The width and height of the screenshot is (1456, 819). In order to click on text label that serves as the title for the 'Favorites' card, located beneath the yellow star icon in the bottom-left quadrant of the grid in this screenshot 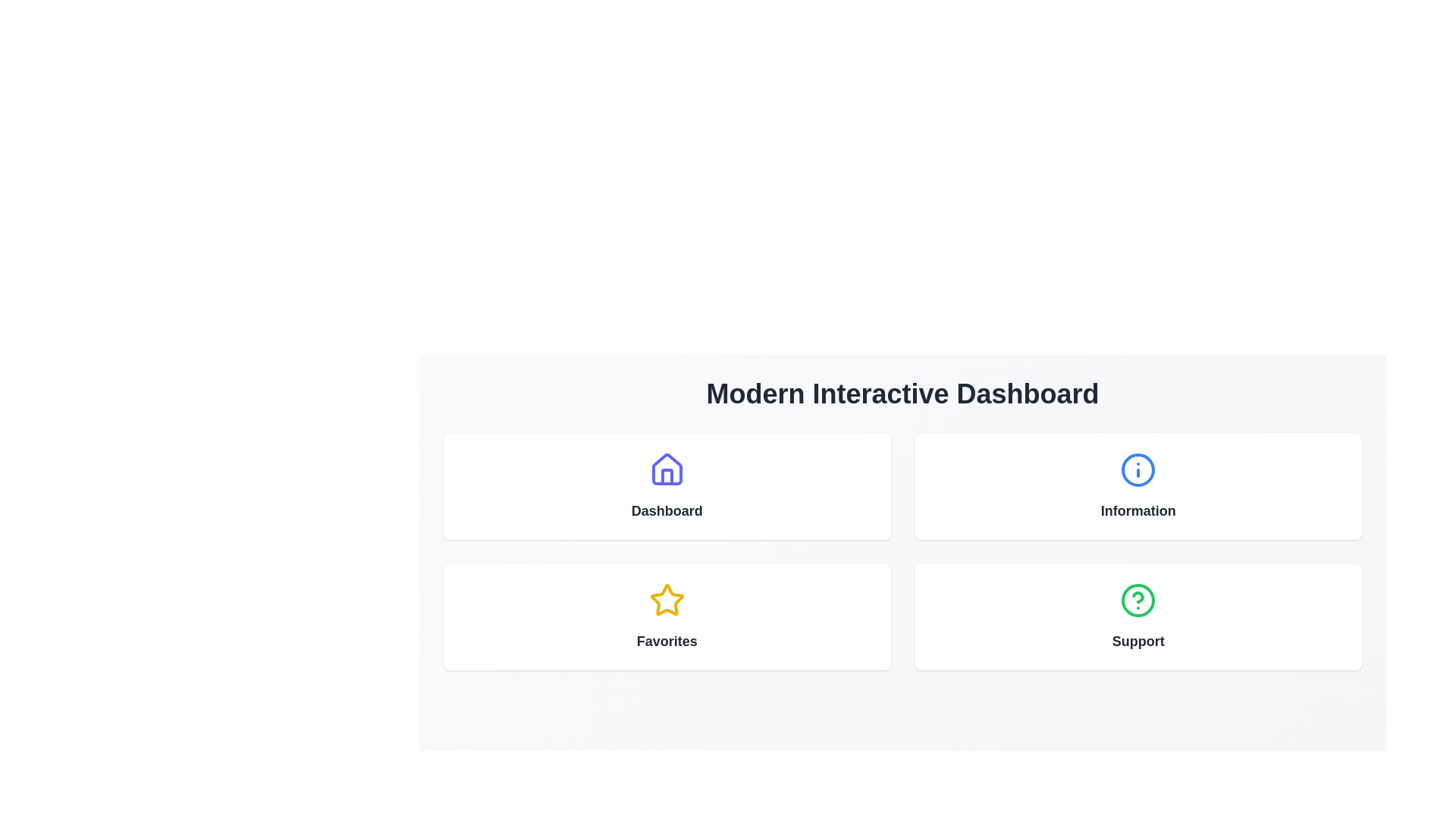, I will do `click(667, 641)`.